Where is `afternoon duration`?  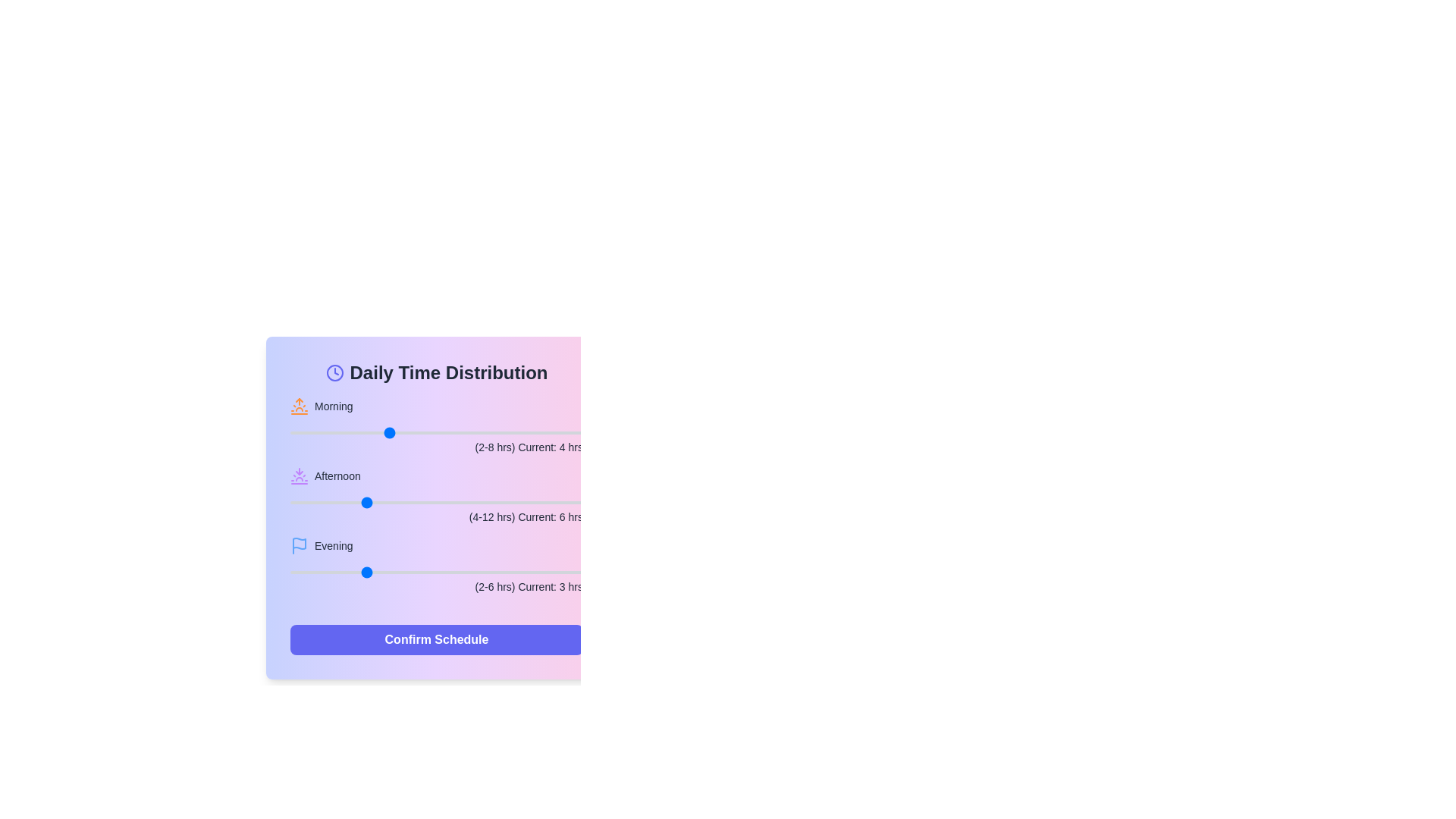
afternoon duration is located at coordinates (472, 503).